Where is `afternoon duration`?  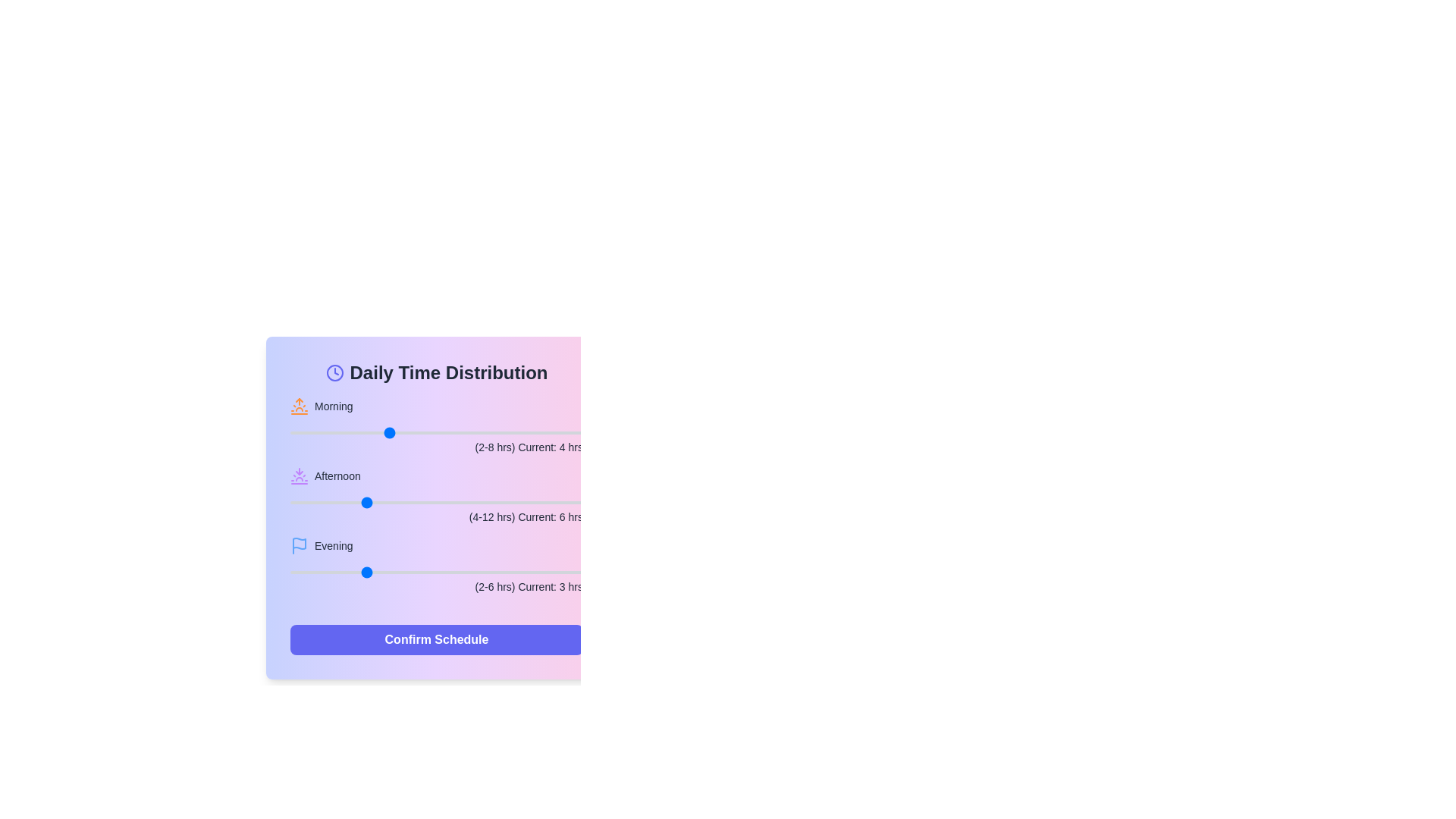
afternoon duration is located at coordinates (472, 503).